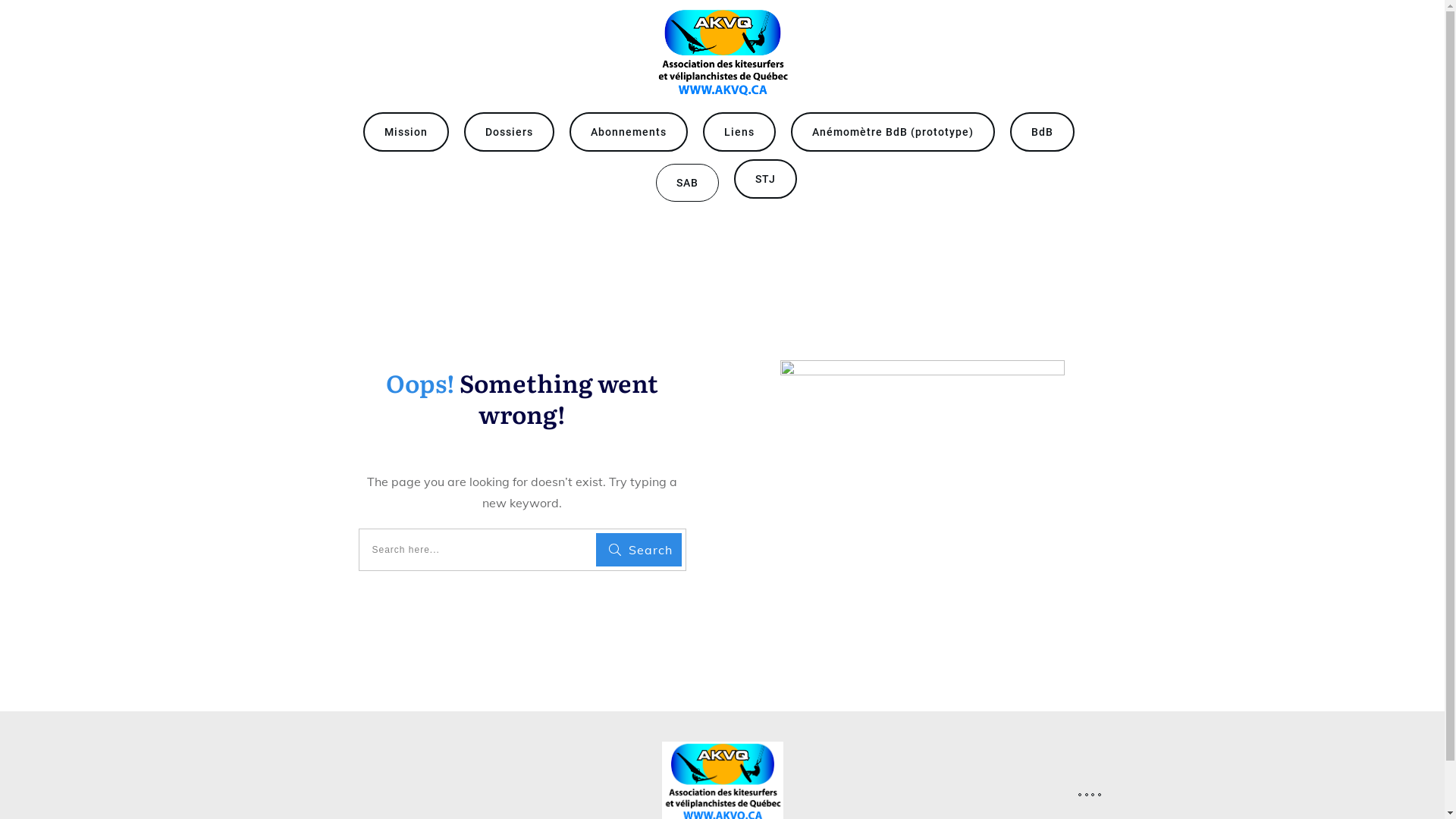 This screenshot has height=819, width=1456. I want to click on '404', so click(921, 468).